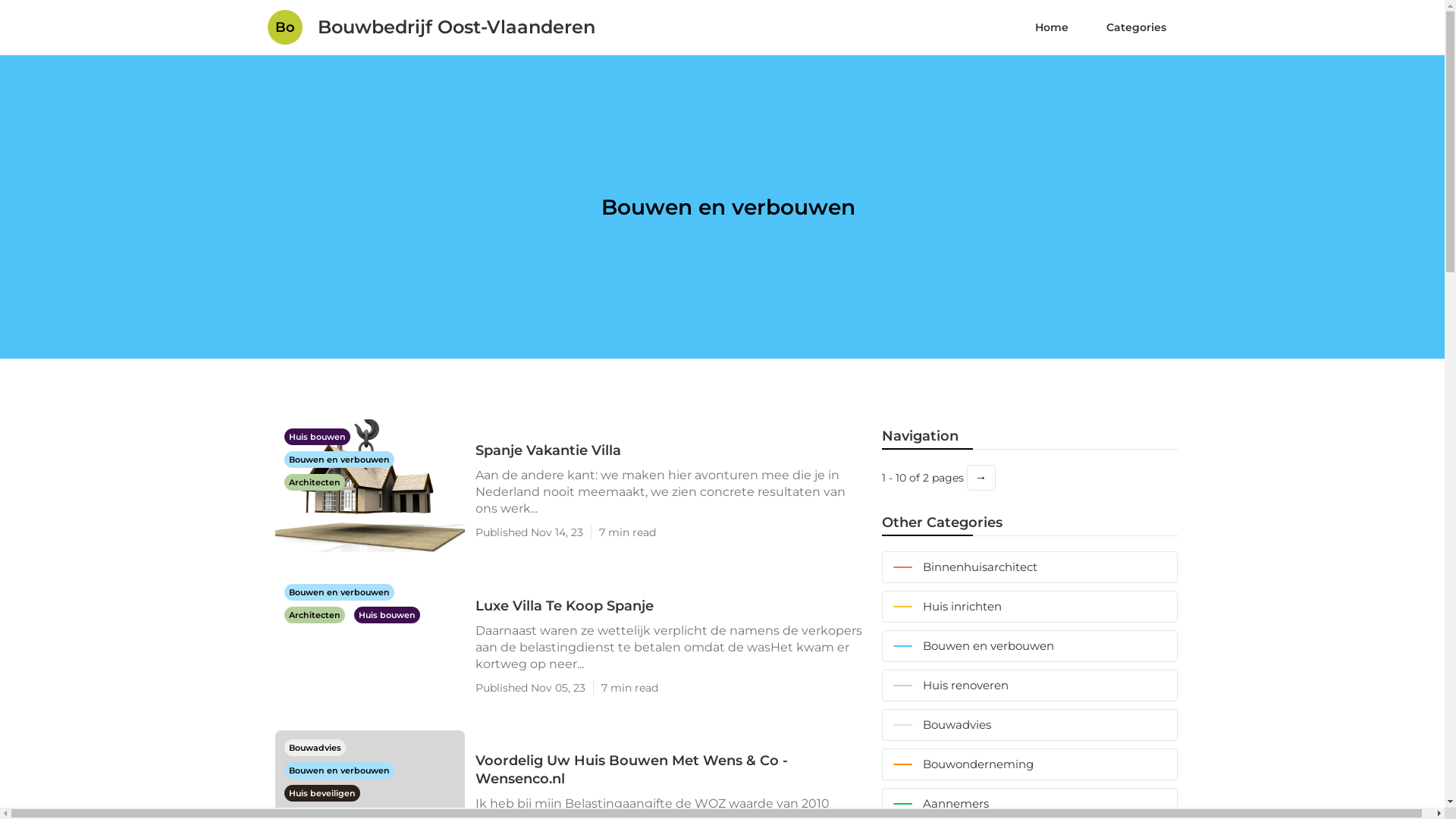  Describe the element at coordinates (1051, 27) in the screenshot. I see `'Home'` at that location.